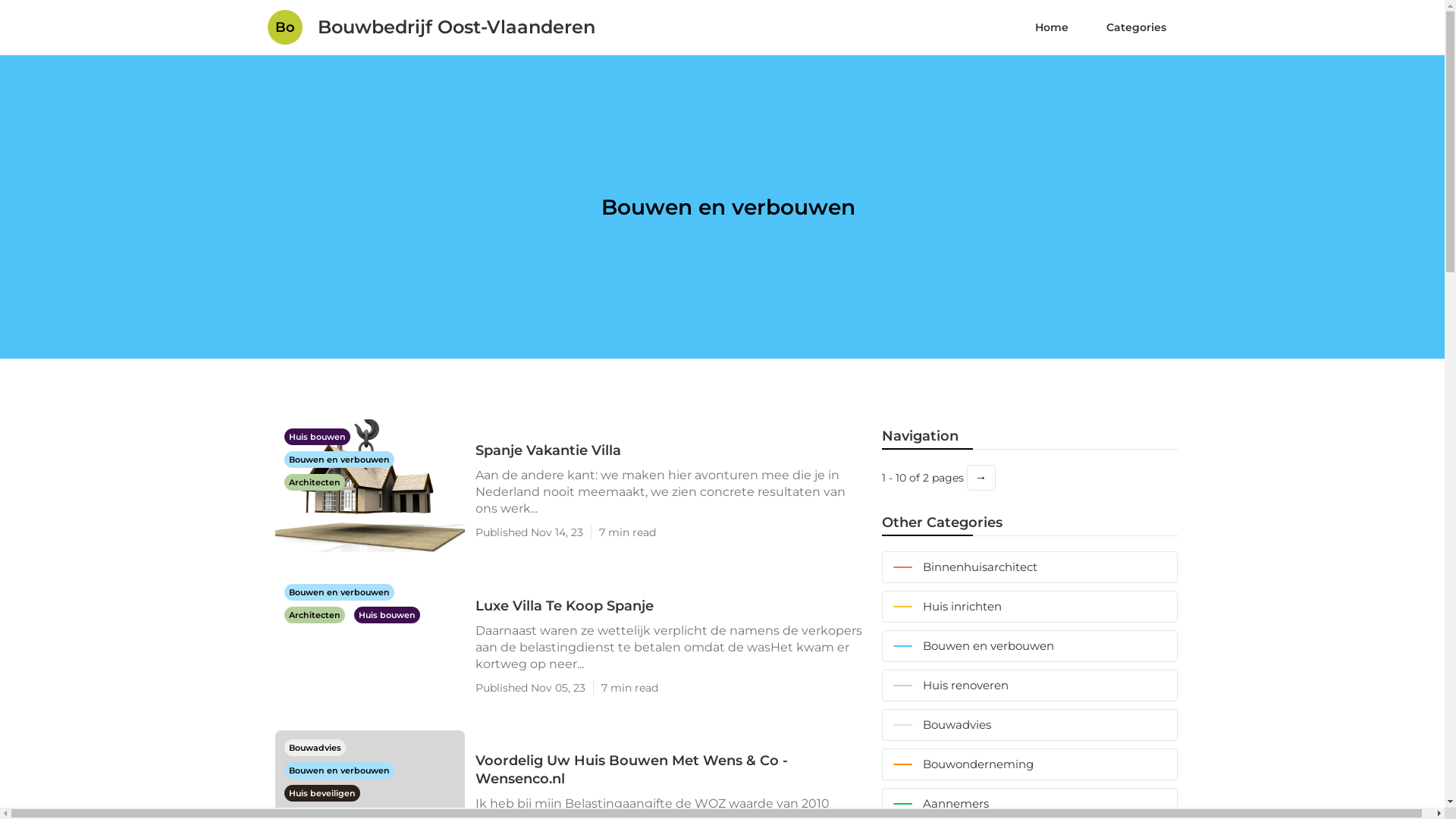  Describe the element at coordinates (1051, 27) in the screenshot. I see `'Home'` at that location.